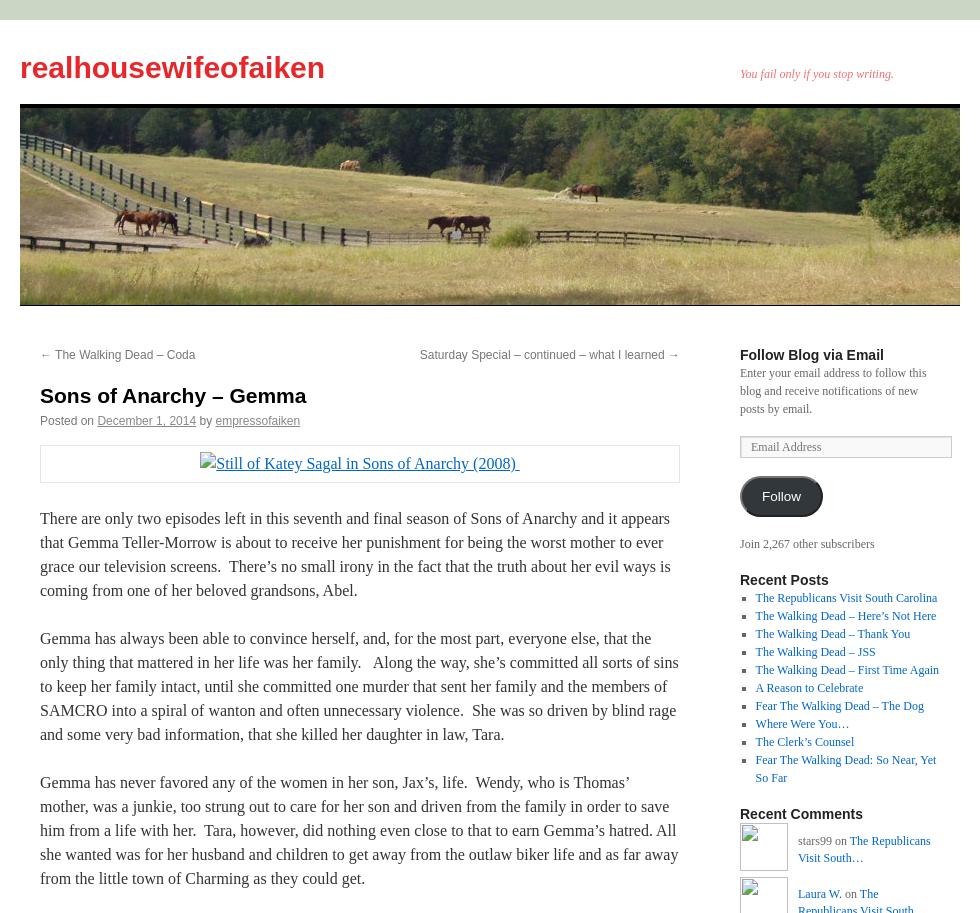  I want to click on 'Recent Posts', so click(739, 579).